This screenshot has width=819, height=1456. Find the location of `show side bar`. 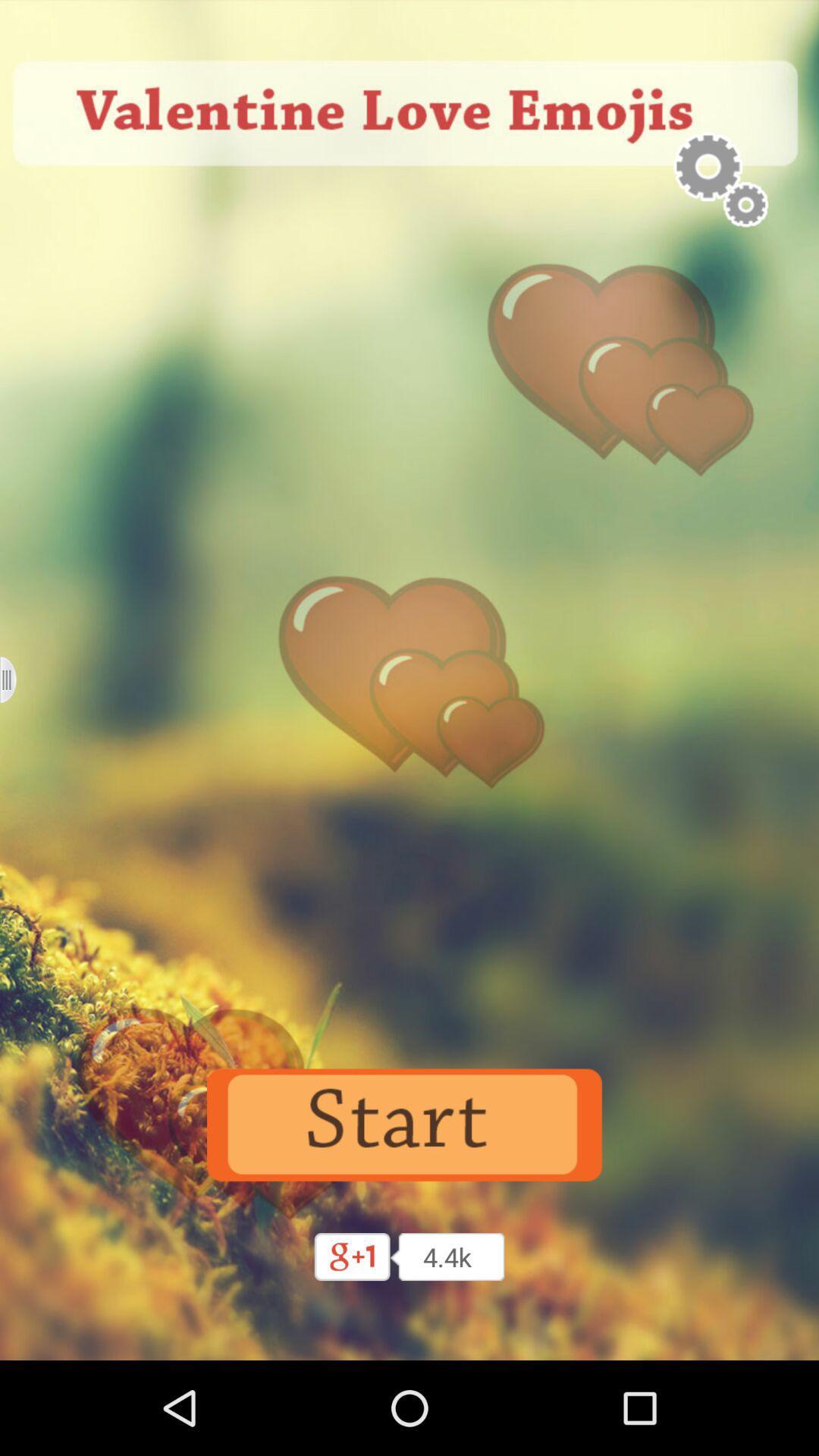

show side bar is located at coordinates (17, 679).